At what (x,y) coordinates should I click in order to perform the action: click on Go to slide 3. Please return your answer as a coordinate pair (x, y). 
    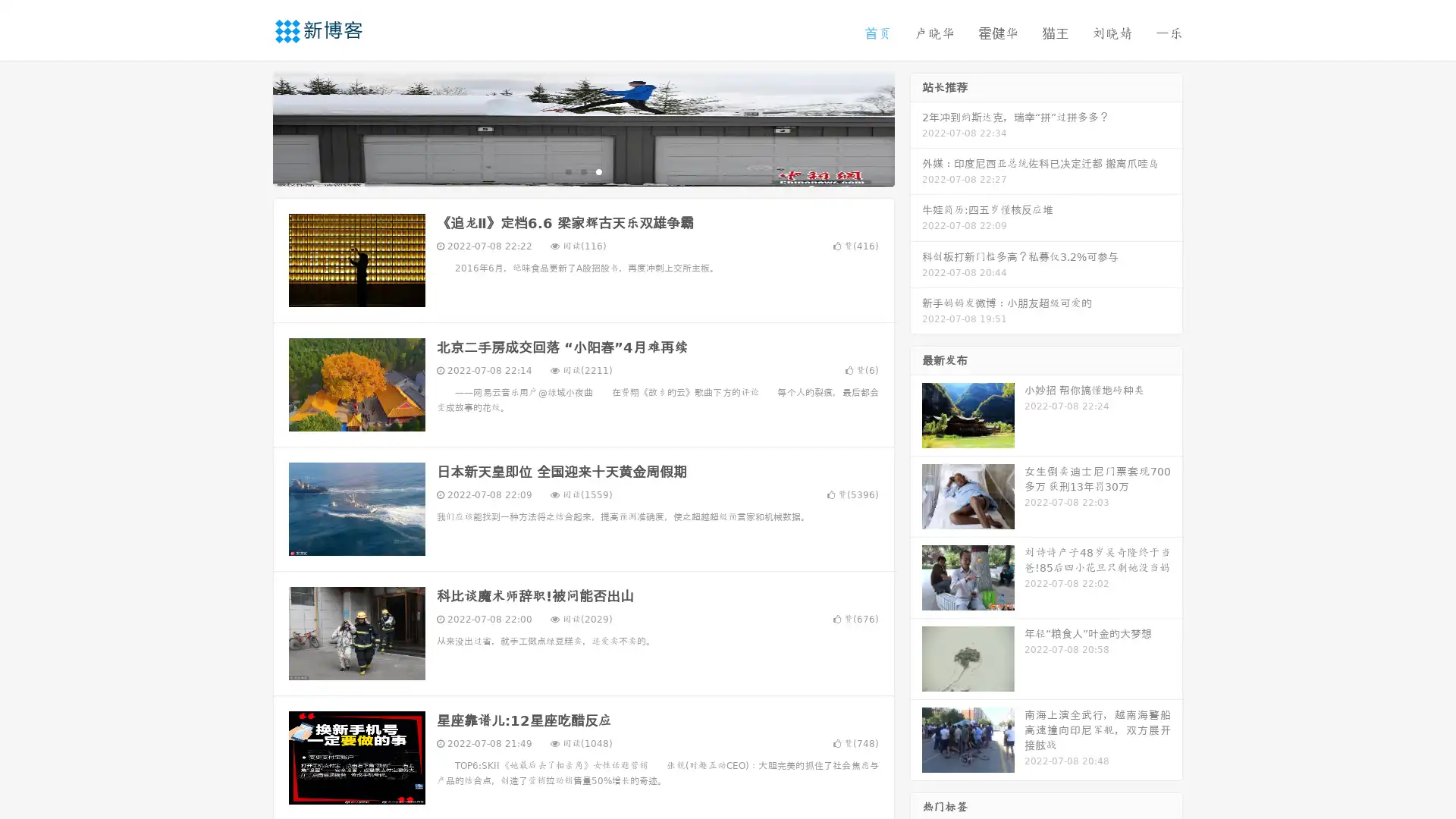
    Looking at the image, I should click on (598, 171).